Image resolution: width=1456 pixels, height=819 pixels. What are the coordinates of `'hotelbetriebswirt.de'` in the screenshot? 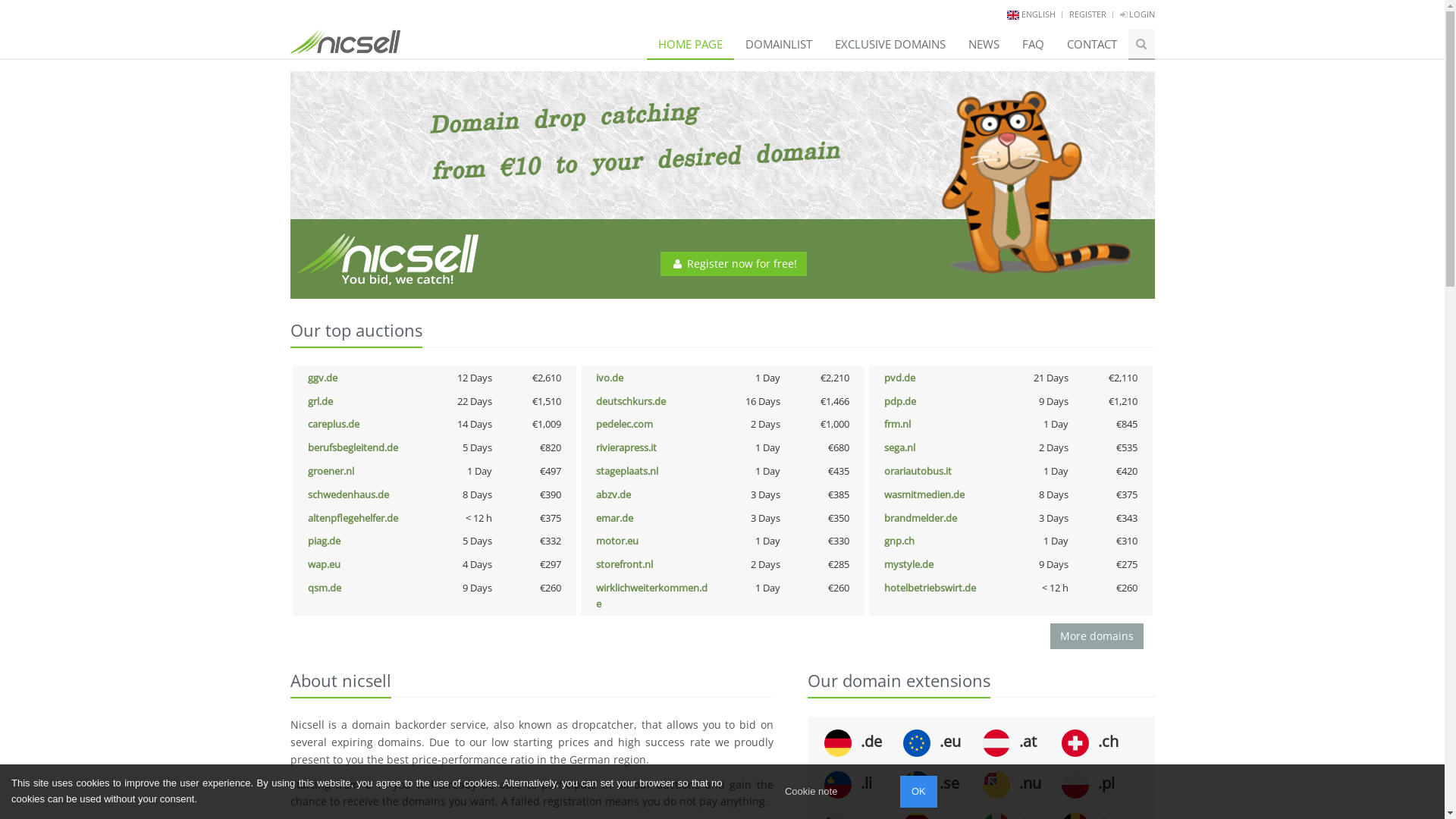 It's located at (929, 587).